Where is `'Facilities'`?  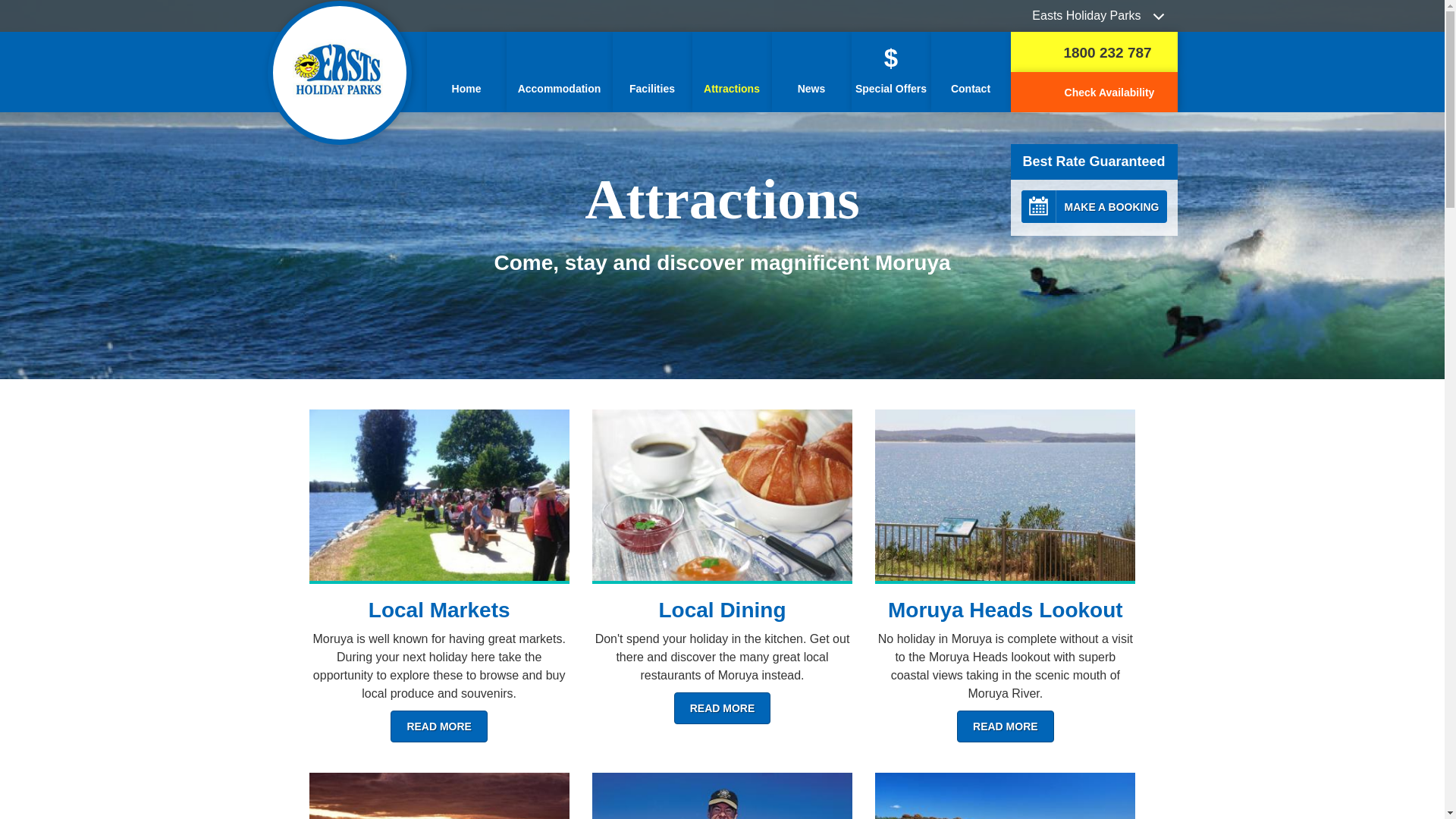
'Facilities' is located at coordinates (652, 72).